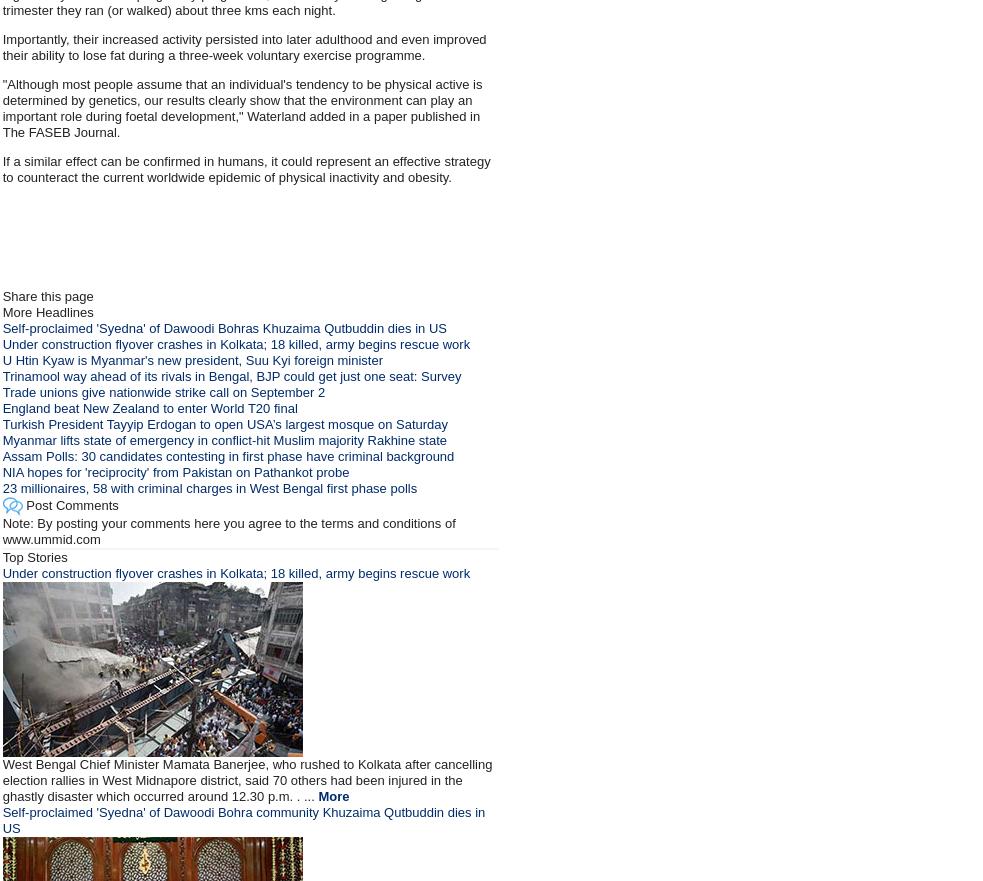 The width and height of the screenshot is (983, 881). What do you see at coordinates (0, 312) in the screenshot?
I see `'More Headlines'` at bounding box center [0, 312].